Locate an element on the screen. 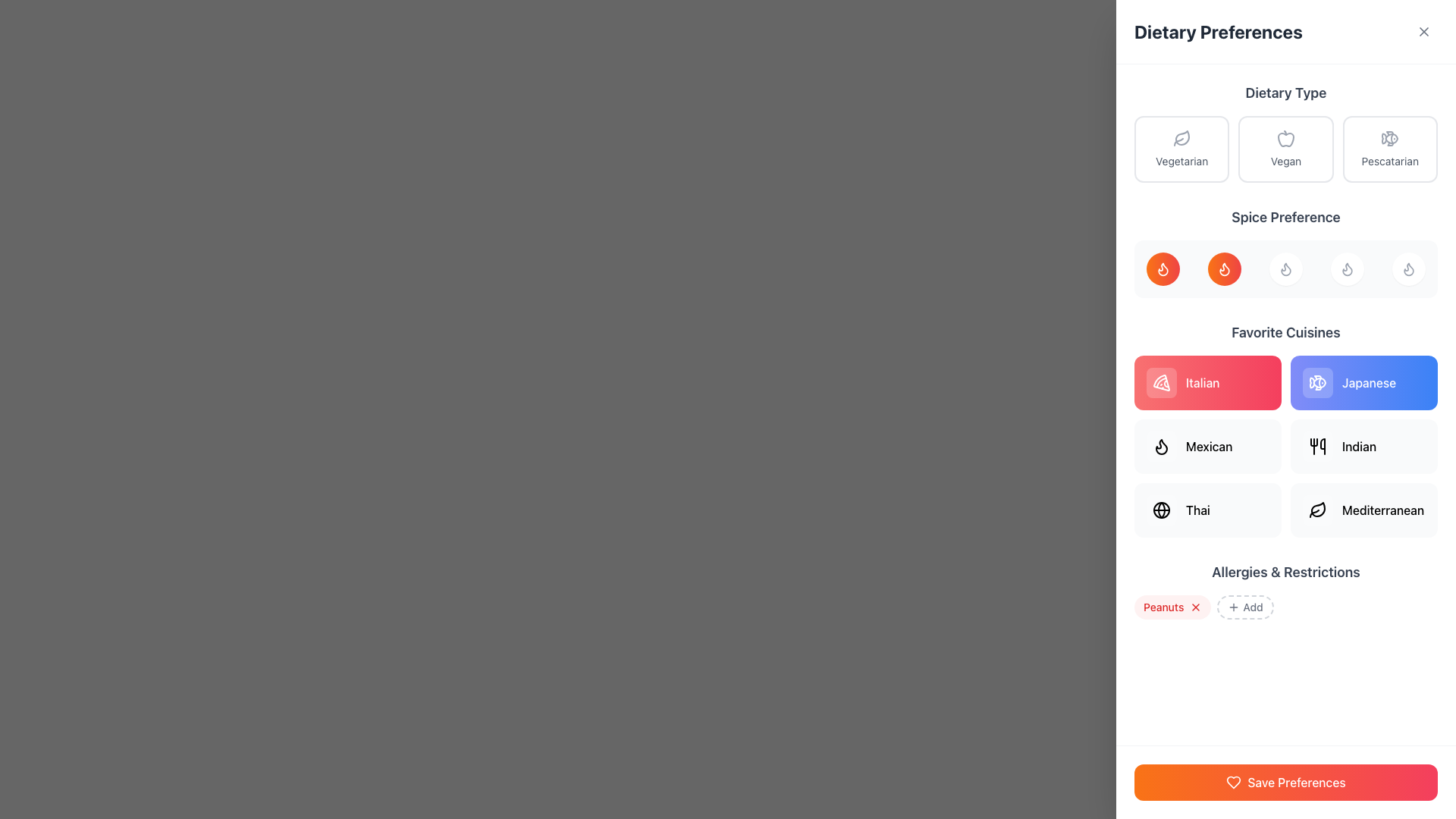 Image resolution: width=1456 pixels, height=819 pixels. the rectangular button with a gradient background transitioning from red to rose, featuring a white pizza icon and the text 'Italian' in white is located at coordinates (1207, 382).